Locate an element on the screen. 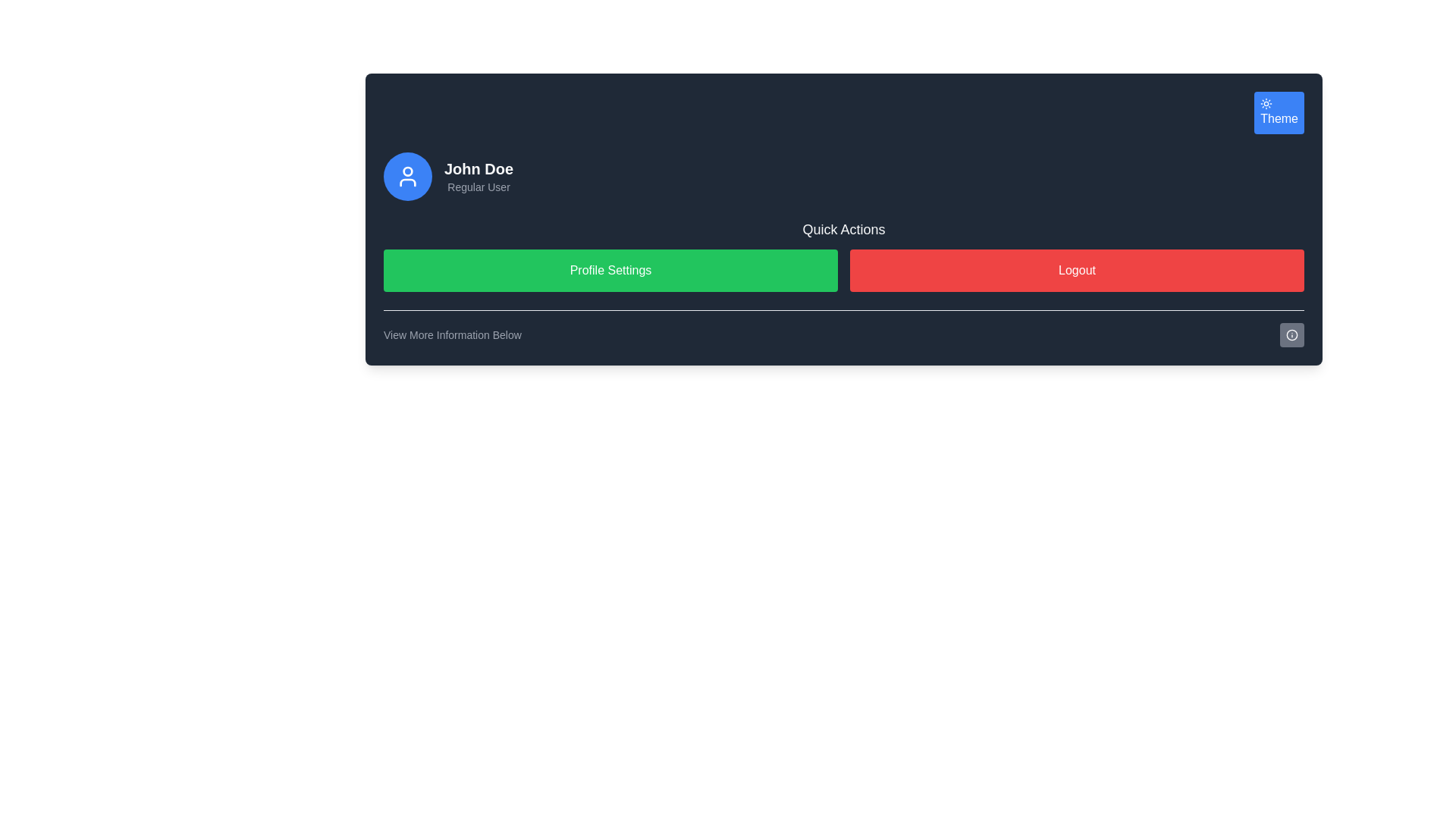  the rectangular red 'Logout' button with white text to initiate logout is located at coordinates (1076, 270).